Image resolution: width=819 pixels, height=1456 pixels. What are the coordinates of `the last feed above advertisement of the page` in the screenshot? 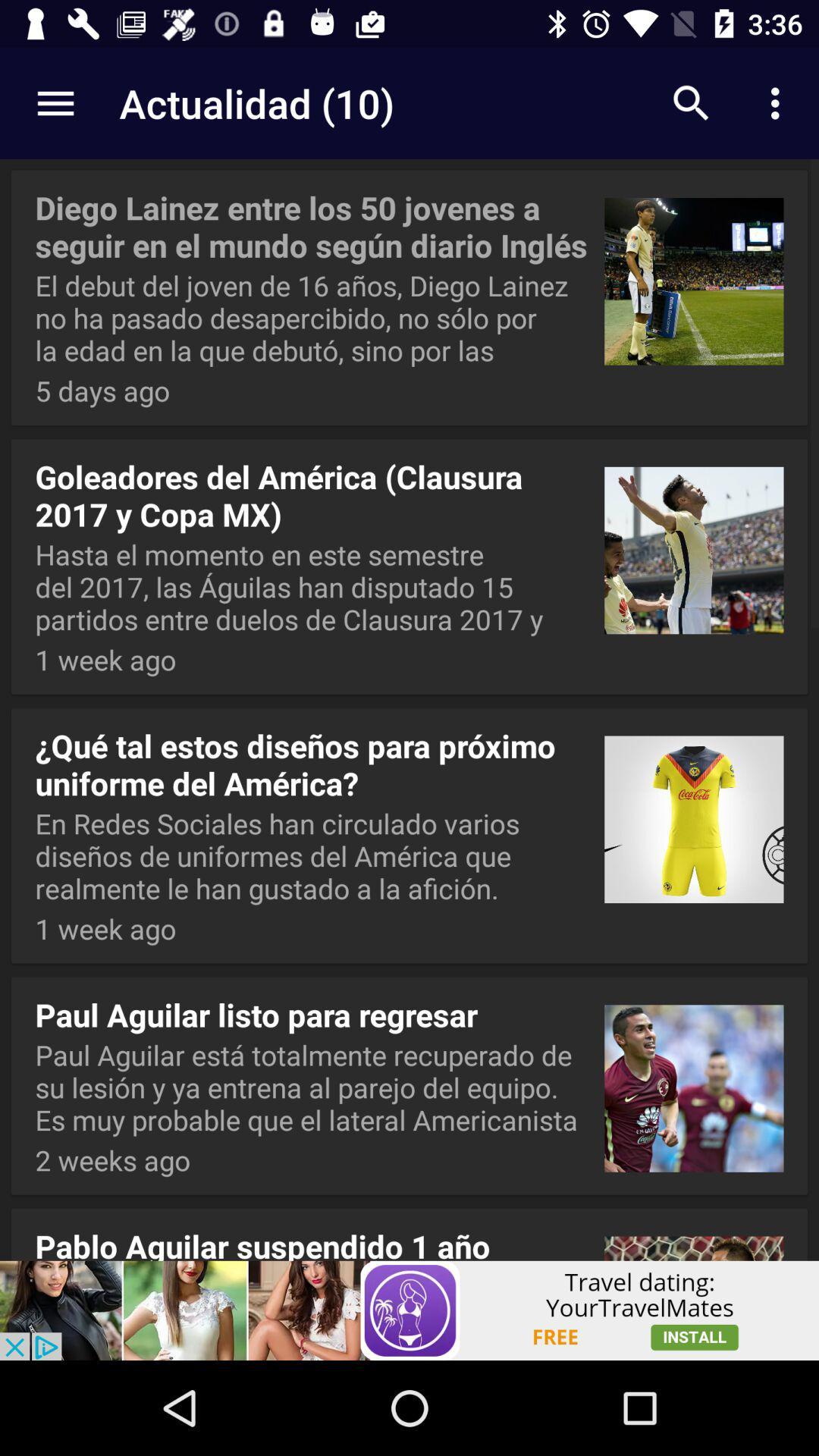 It's located at (409, 1231).